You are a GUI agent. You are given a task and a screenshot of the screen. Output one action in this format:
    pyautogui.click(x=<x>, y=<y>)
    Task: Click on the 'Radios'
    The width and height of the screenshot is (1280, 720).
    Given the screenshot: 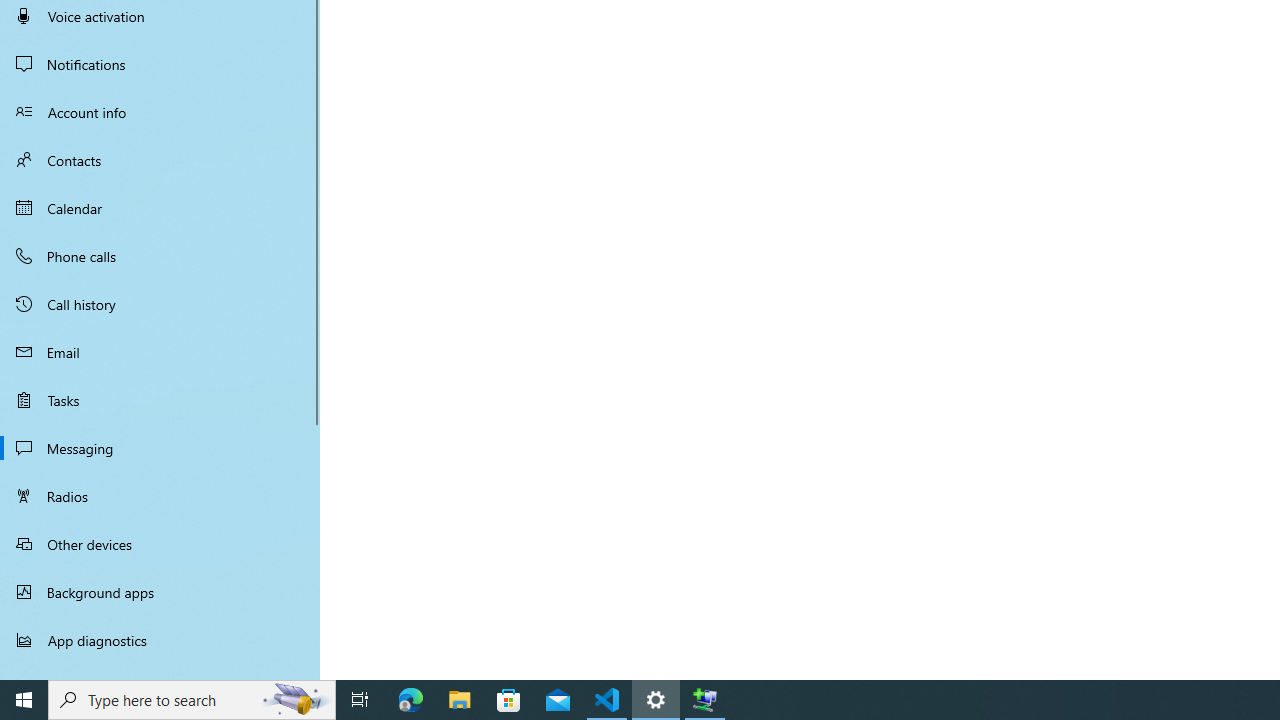 What is the action you would take?
    pyautogui.click(x=160, y=495)
    